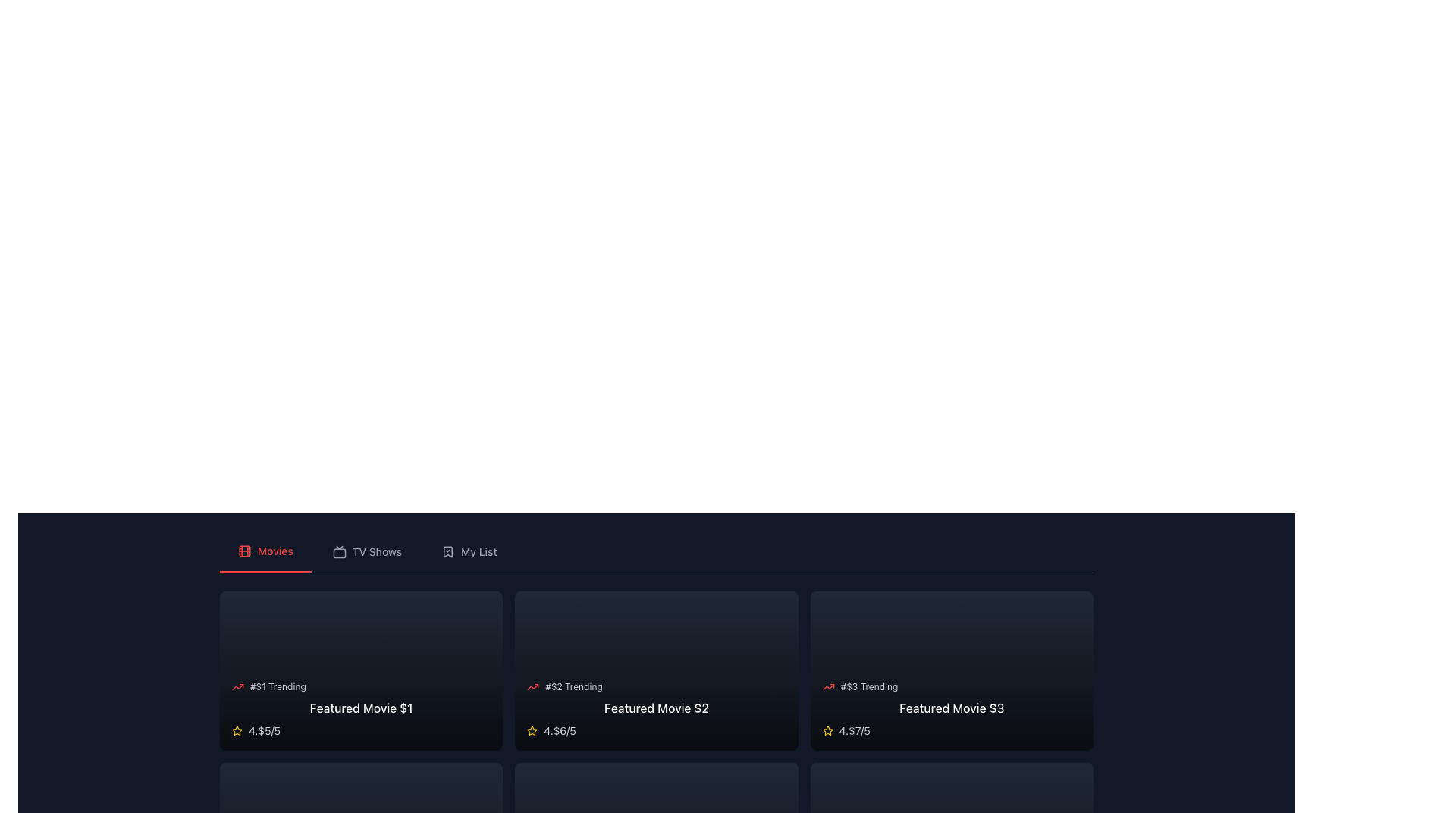 This screenshot has width=1456, height=819. What do you see at coordinates (360, 687) in the screenshot?
I see `text label '#$1 Trending' with the upward trending graph icon for additional information` at bounding box center [360, 687].